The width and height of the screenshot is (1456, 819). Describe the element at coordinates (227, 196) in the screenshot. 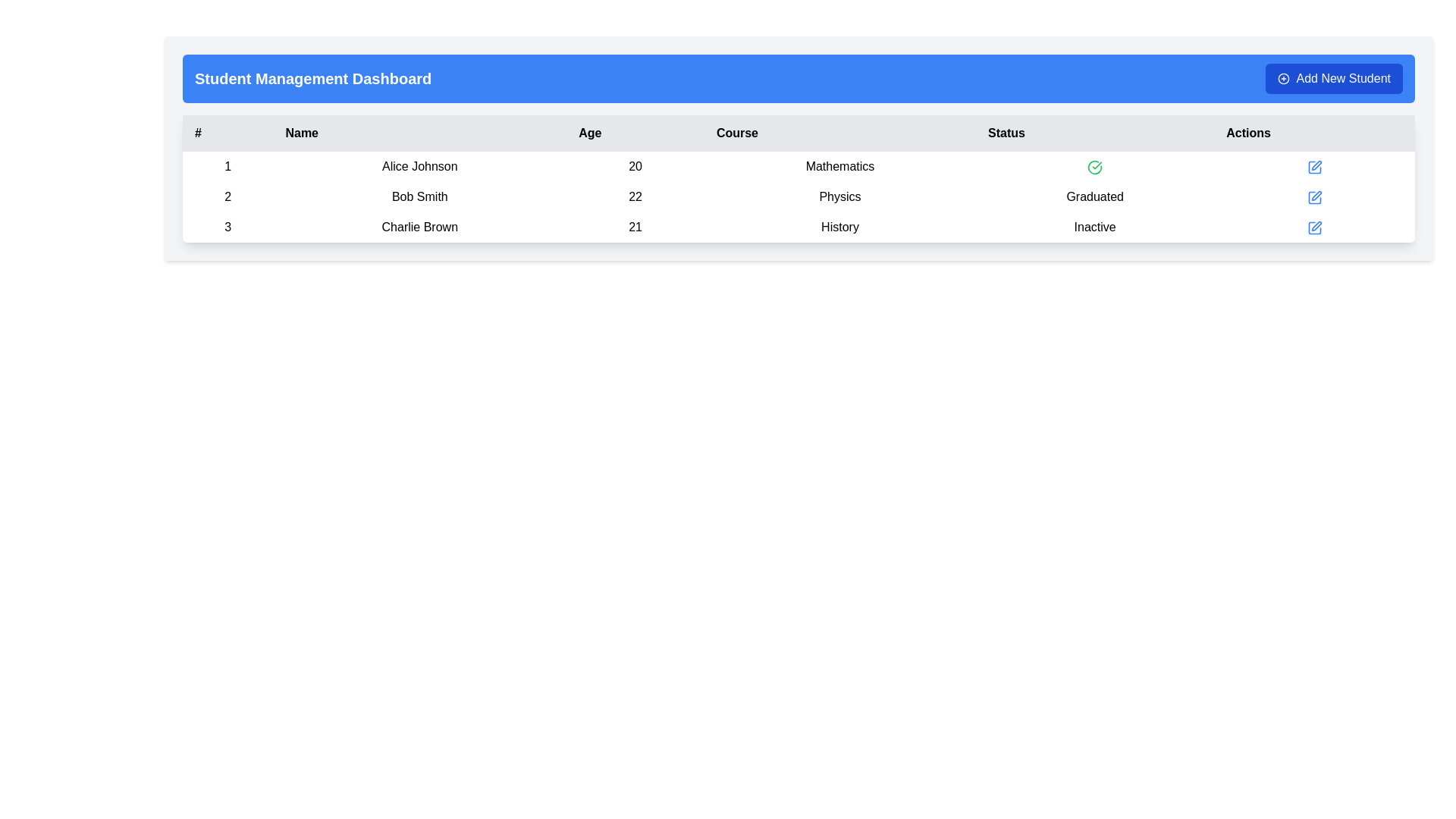

I see `the Text Label displaying the bold number '2' in the first column of the second row of the table` at that location.